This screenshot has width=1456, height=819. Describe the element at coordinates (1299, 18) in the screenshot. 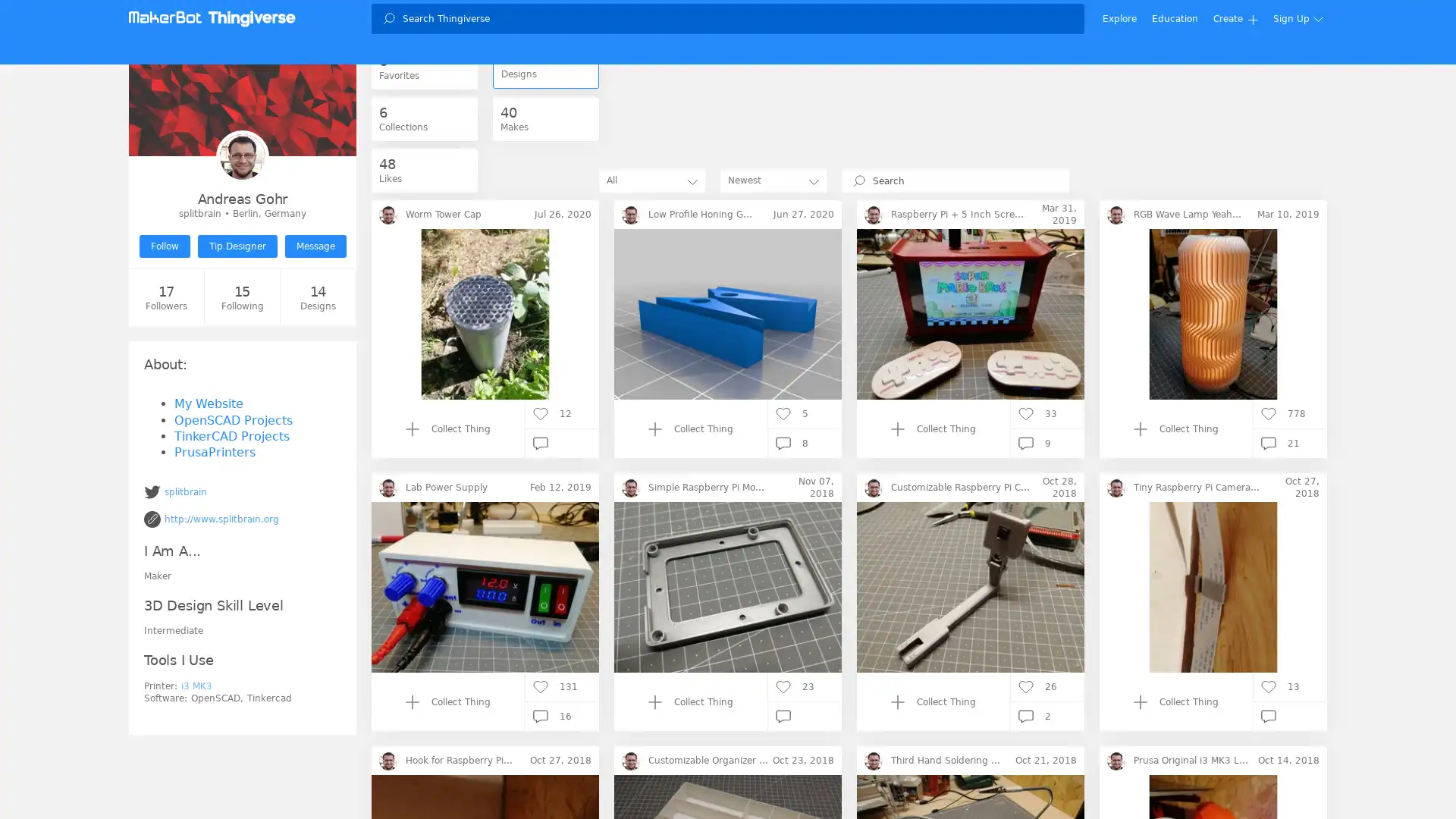

I see `Sign Up` at that location.